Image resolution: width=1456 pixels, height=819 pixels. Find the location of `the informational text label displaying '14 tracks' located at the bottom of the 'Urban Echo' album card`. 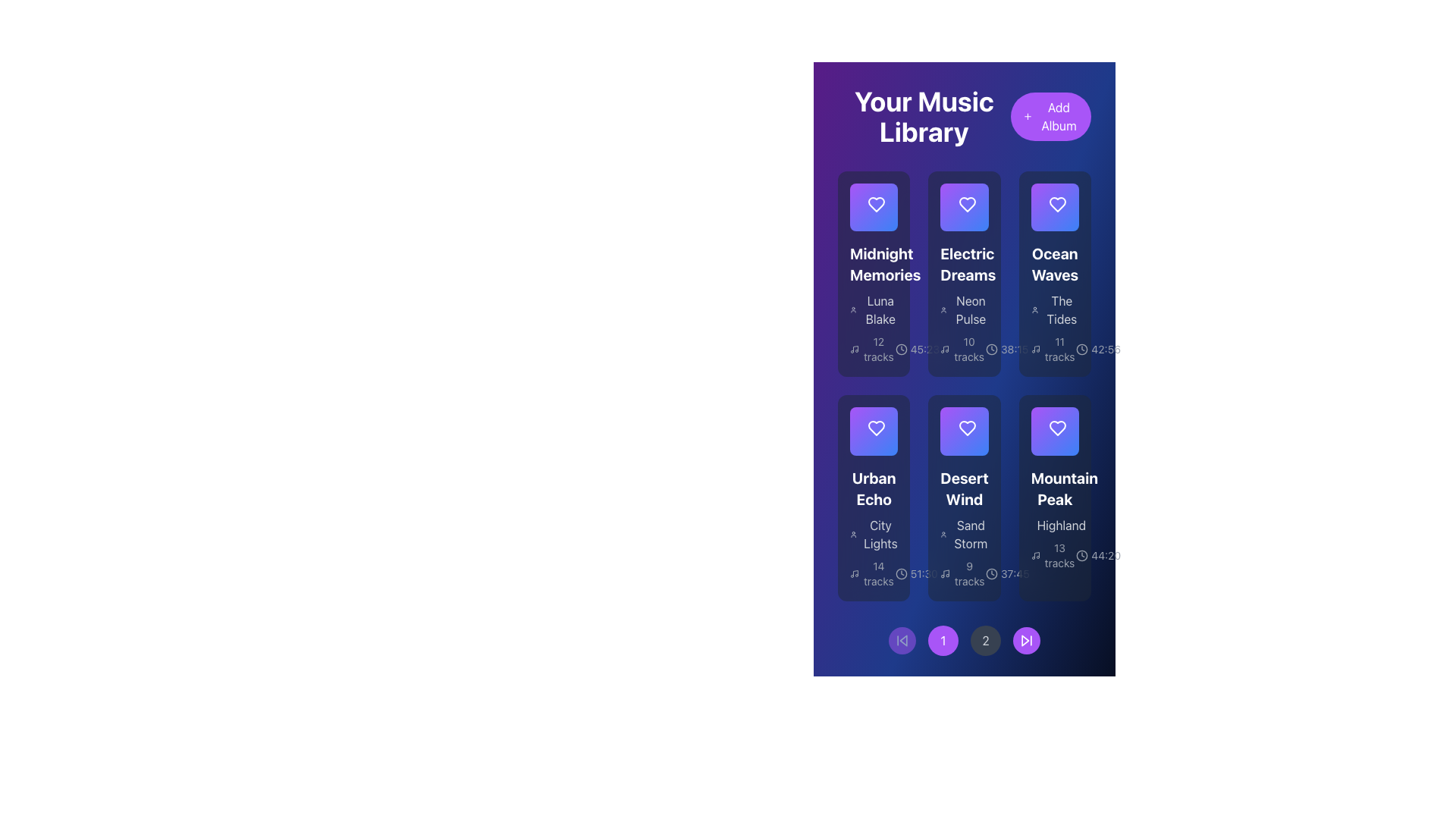

the informational text label displaying '14 tracks' located at the bottom of the 'Urban Echo' album card is located at coordinates (878, 573).